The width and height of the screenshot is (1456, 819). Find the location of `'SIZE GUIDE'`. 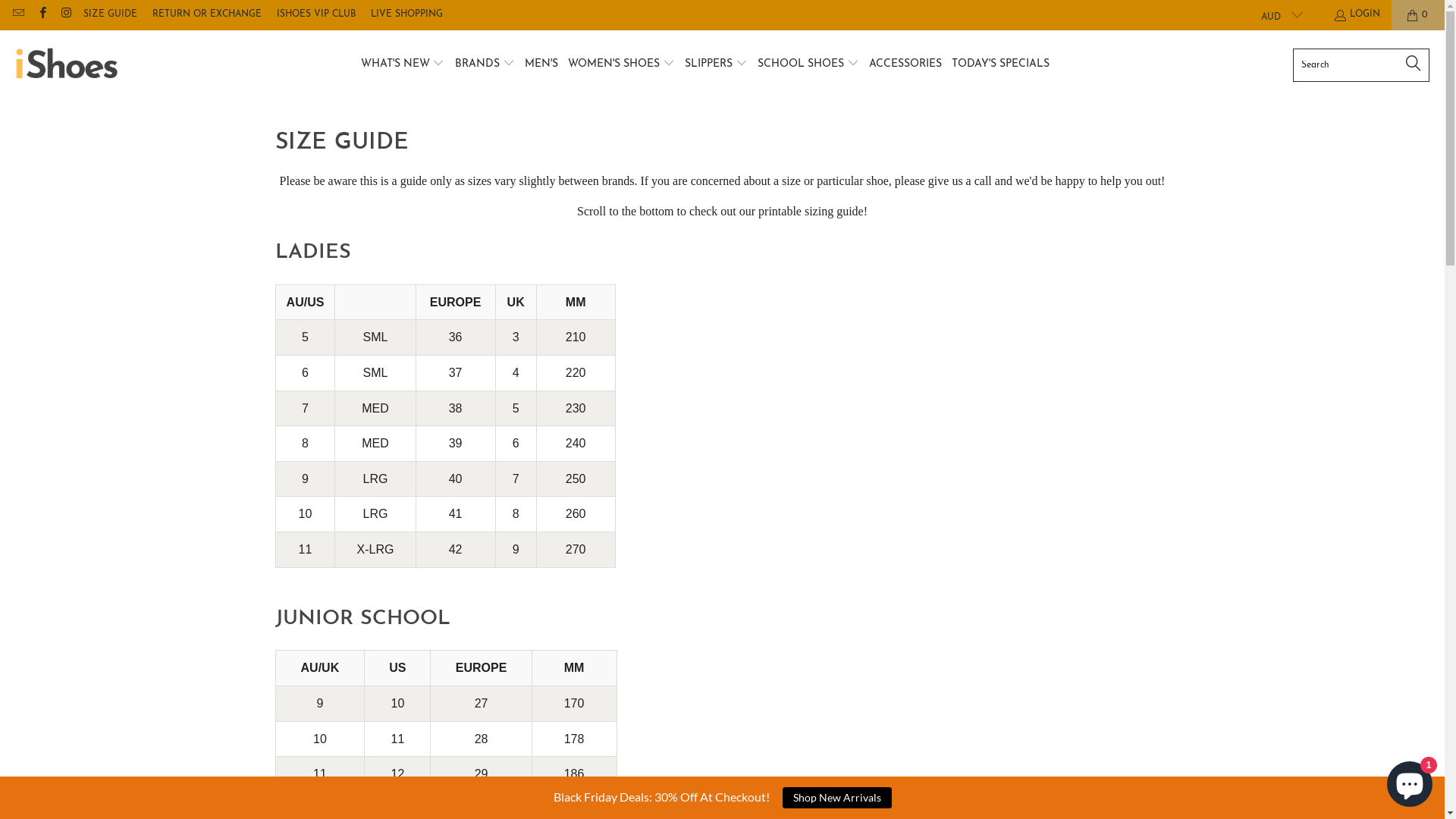

'SIZE GUIDE' is located at coordinates (109, 14).